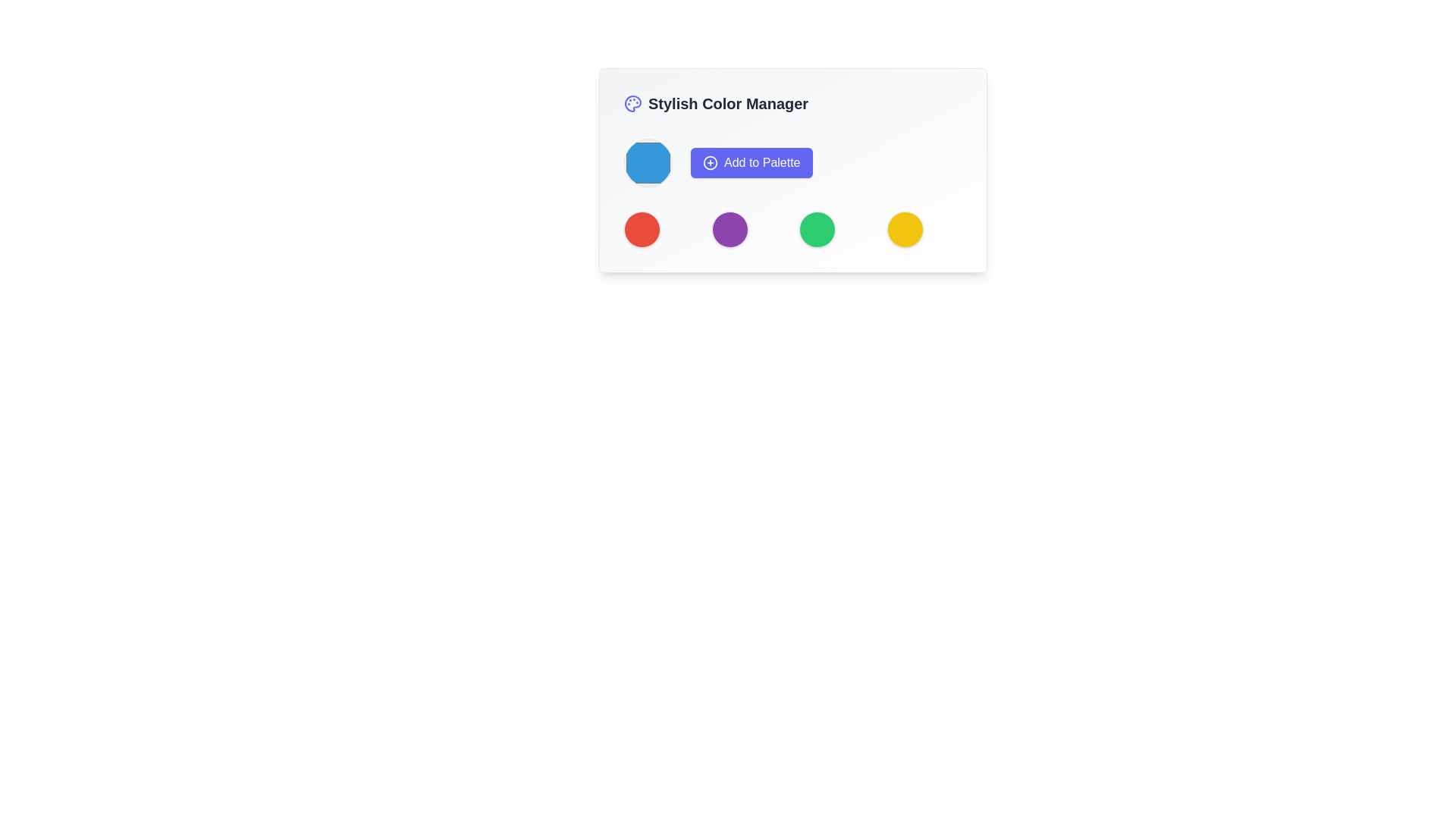 The image size is (1456, 819). What do you see at coordinates (905, 230) in the screenshot?
I see `the fourth circular decorative or selector button with a yellowish color under the 'Stylish Color Manager' section` at bounding box center [905, 230].